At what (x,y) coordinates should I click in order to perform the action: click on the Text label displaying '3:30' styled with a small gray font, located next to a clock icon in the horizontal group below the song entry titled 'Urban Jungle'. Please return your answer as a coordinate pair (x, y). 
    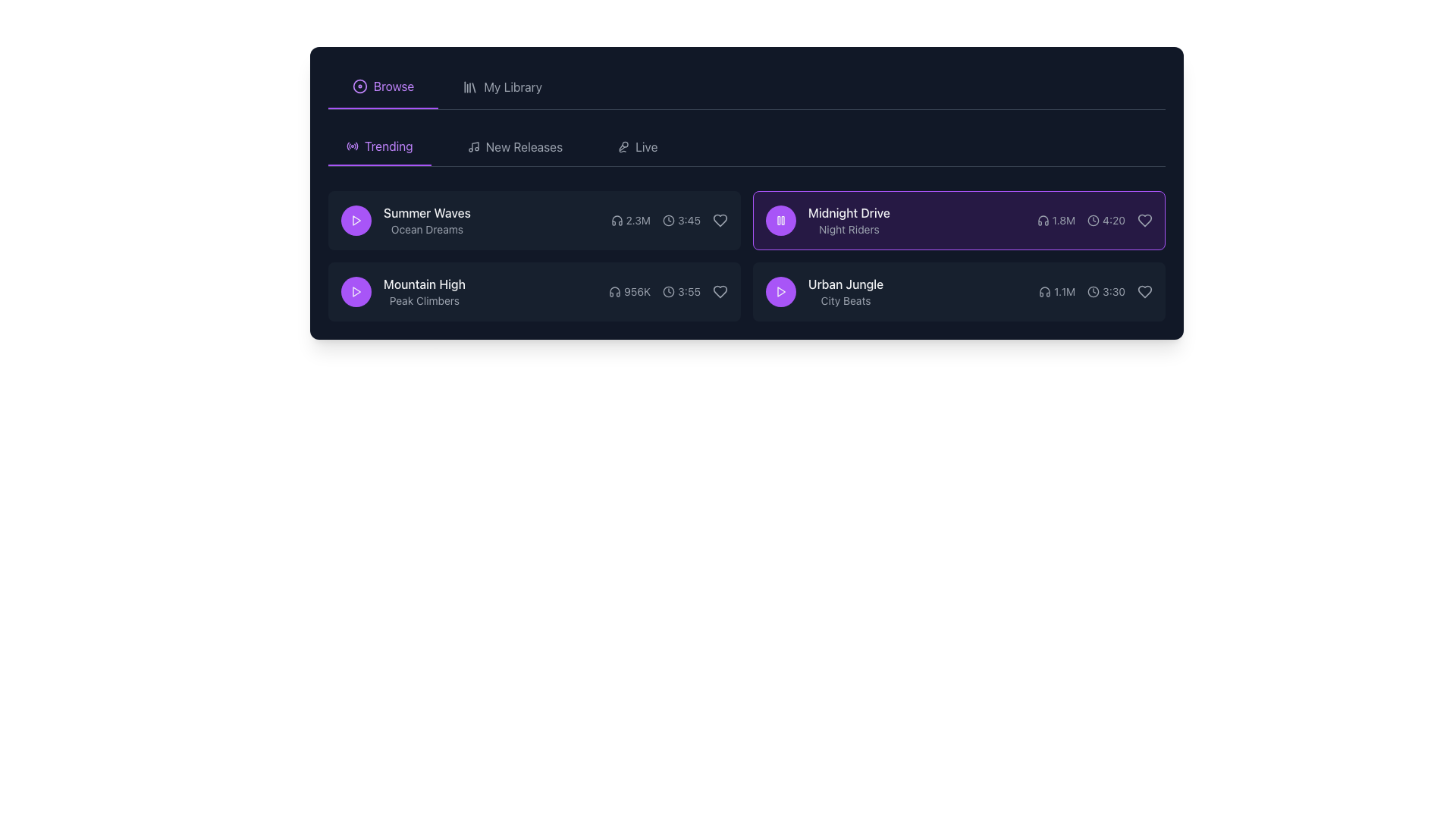
    Looking at the image, I should click on (1106, 292).